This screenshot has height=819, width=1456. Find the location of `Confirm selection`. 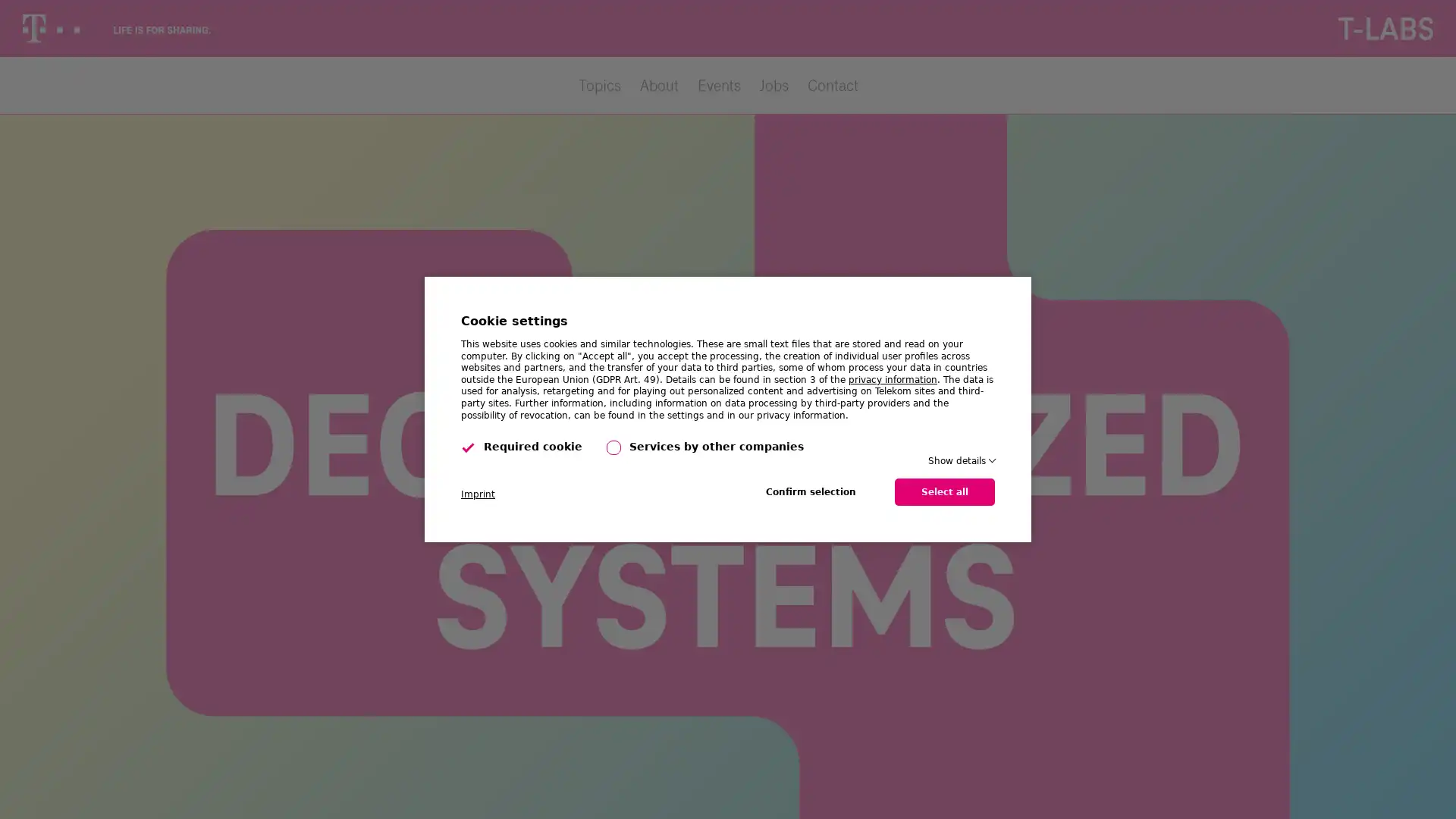

Confirm selection is located at coordinates (810, 491).